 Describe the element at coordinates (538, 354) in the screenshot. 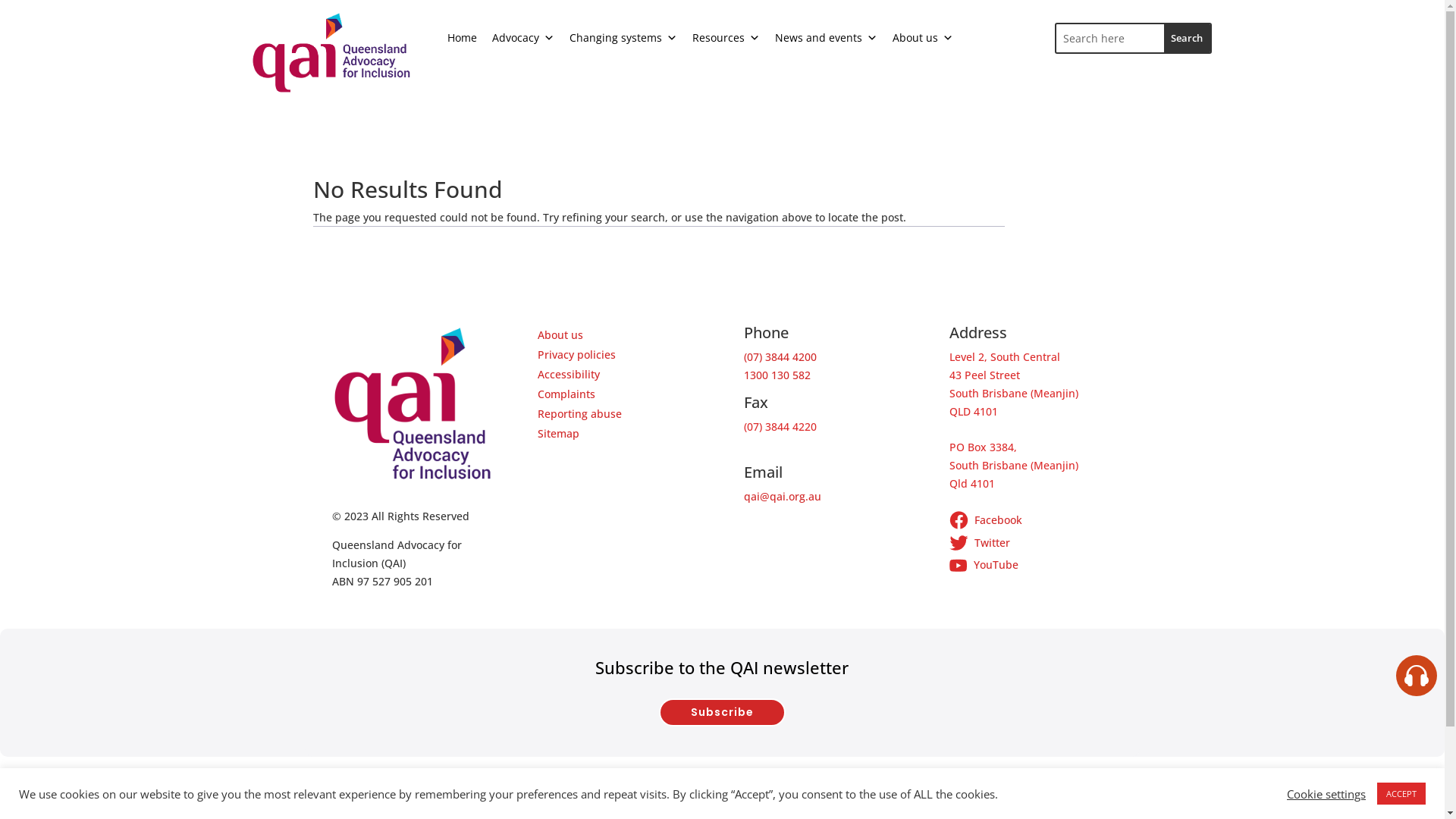

I see `'Privacy policies'` at that location.